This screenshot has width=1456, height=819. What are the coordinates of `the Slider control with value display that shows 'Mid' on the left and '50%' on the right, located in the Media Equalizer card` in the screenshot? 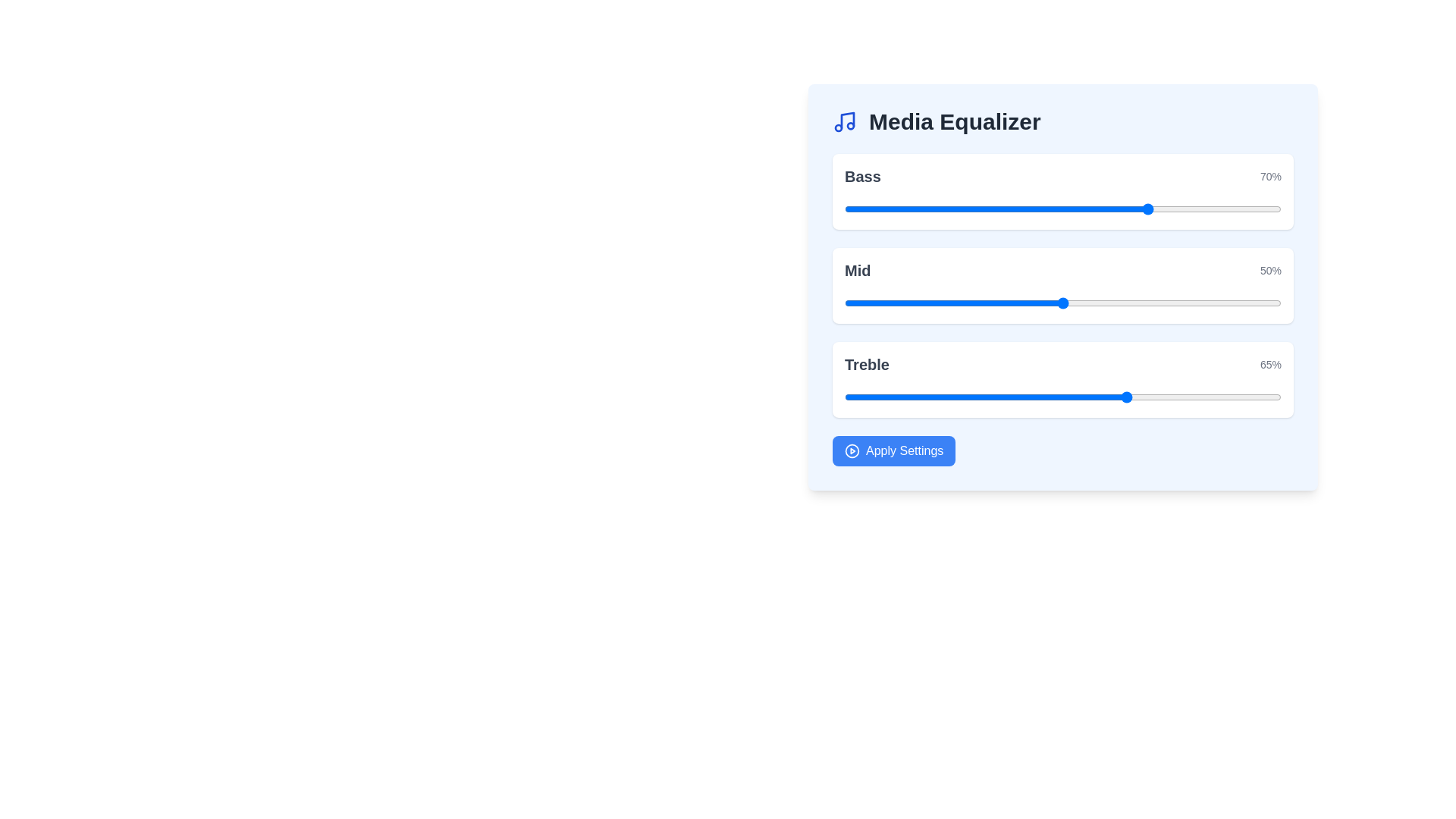 It's located at (1062, 286).